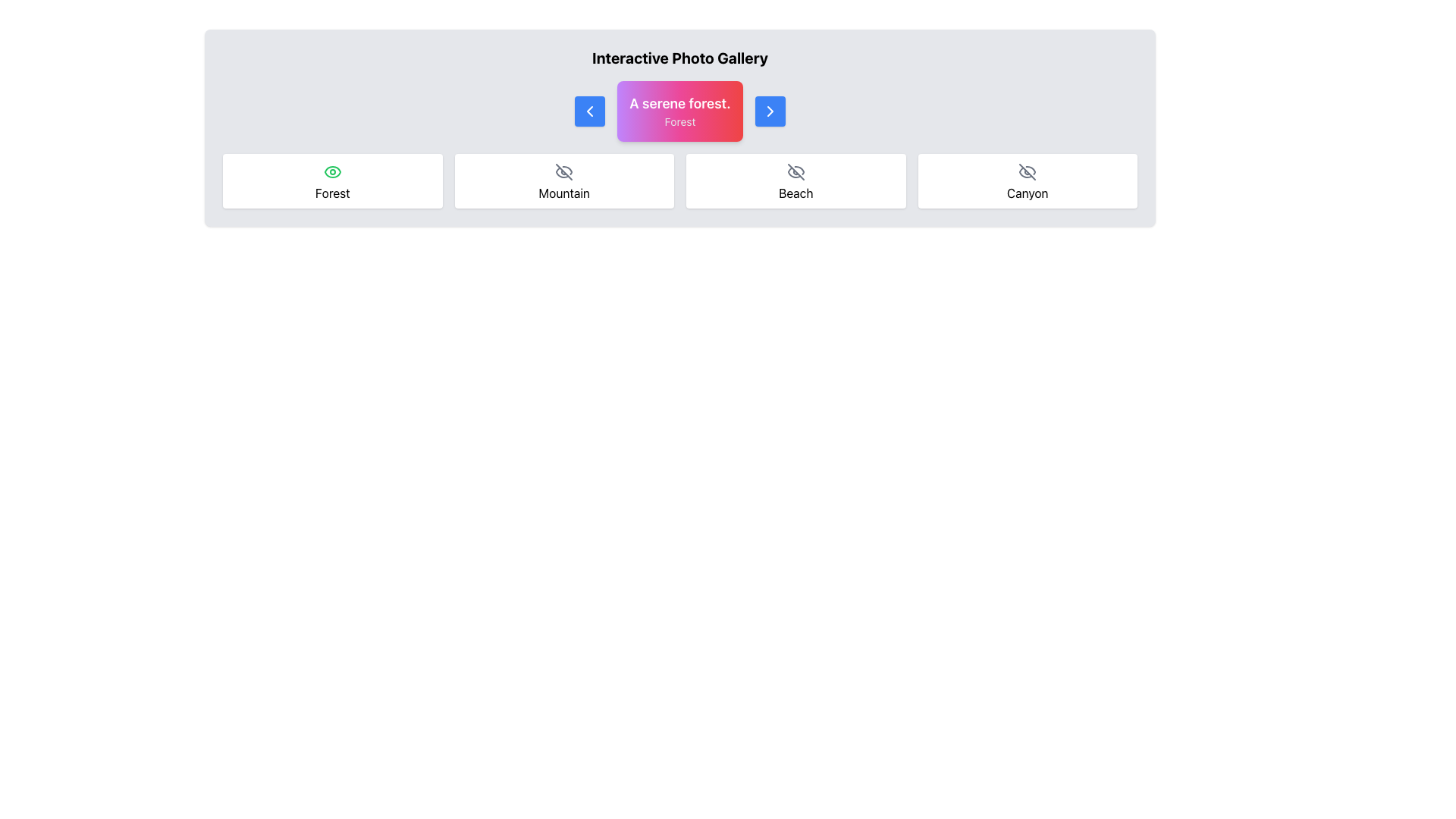 The image size is (1456, 819). What do you see at coordinates (795, 171) in the screenshot?
I see `the visibility toggle icon for the 'Beach' item in the 'Interactive Photo Gallery'` at bounding box center [795, 171].